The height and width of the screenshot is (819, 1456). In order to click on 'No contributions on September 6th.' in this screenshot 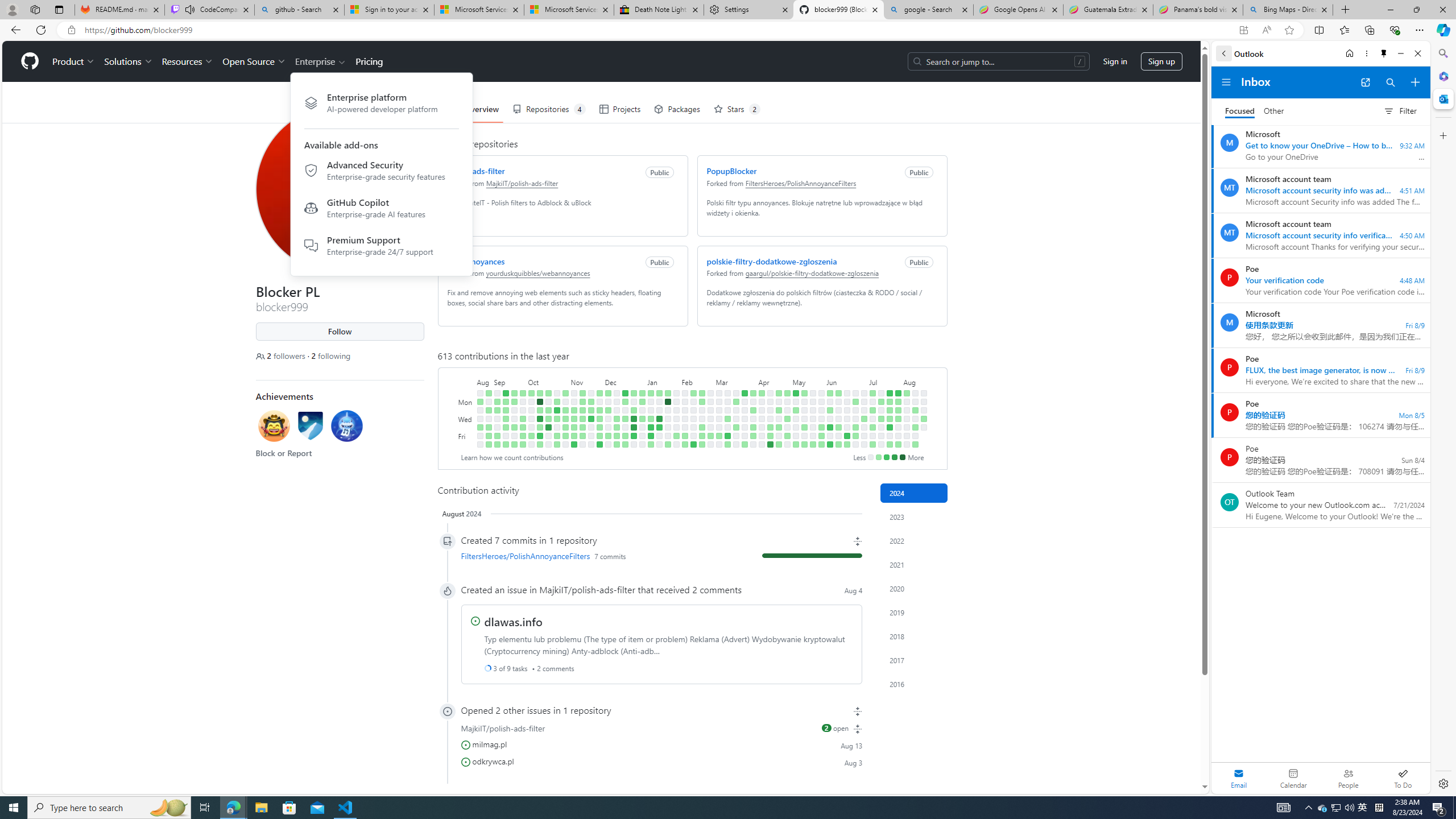, I will do `click(497, 418)`.